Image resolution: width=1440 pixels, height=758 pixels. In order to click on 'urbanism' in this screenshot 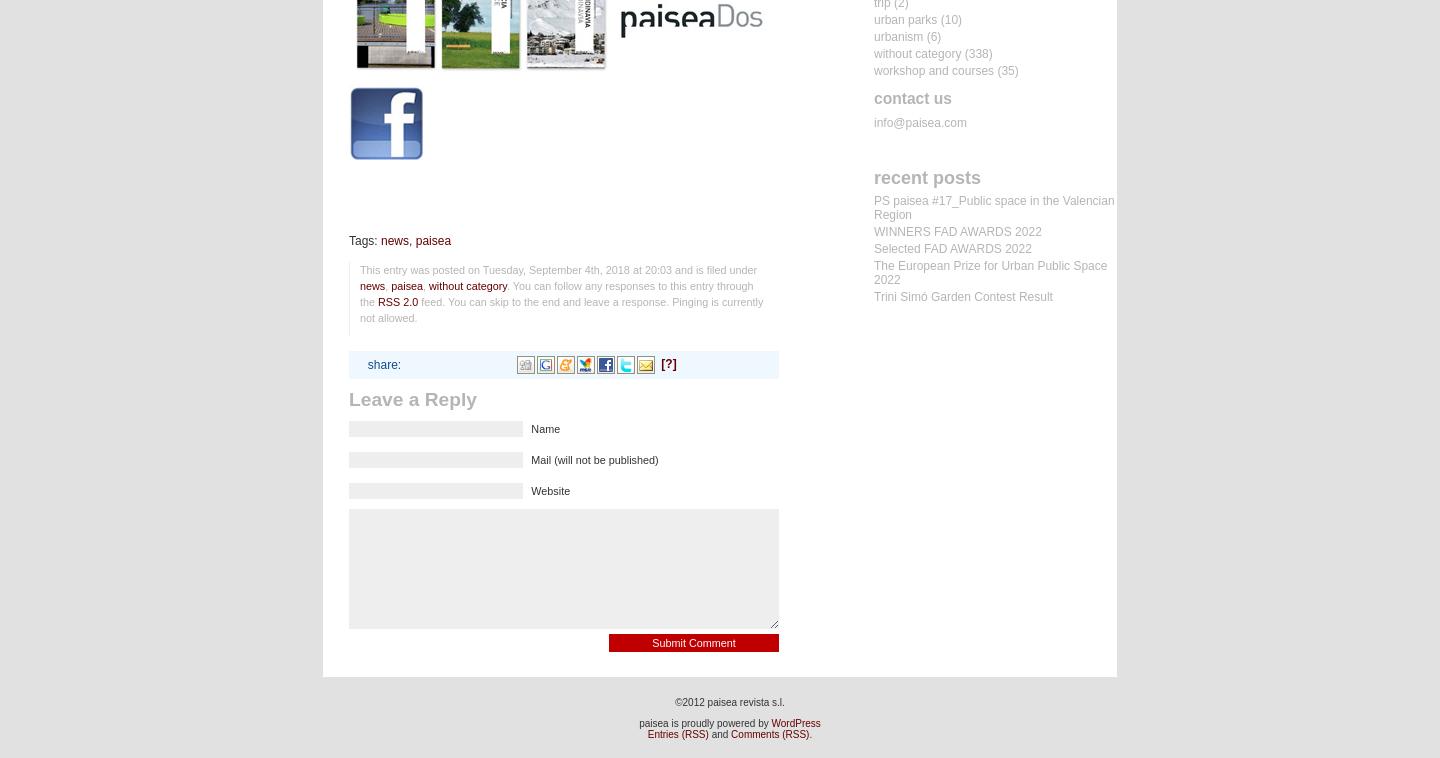, I will do `click(897, 35)`.